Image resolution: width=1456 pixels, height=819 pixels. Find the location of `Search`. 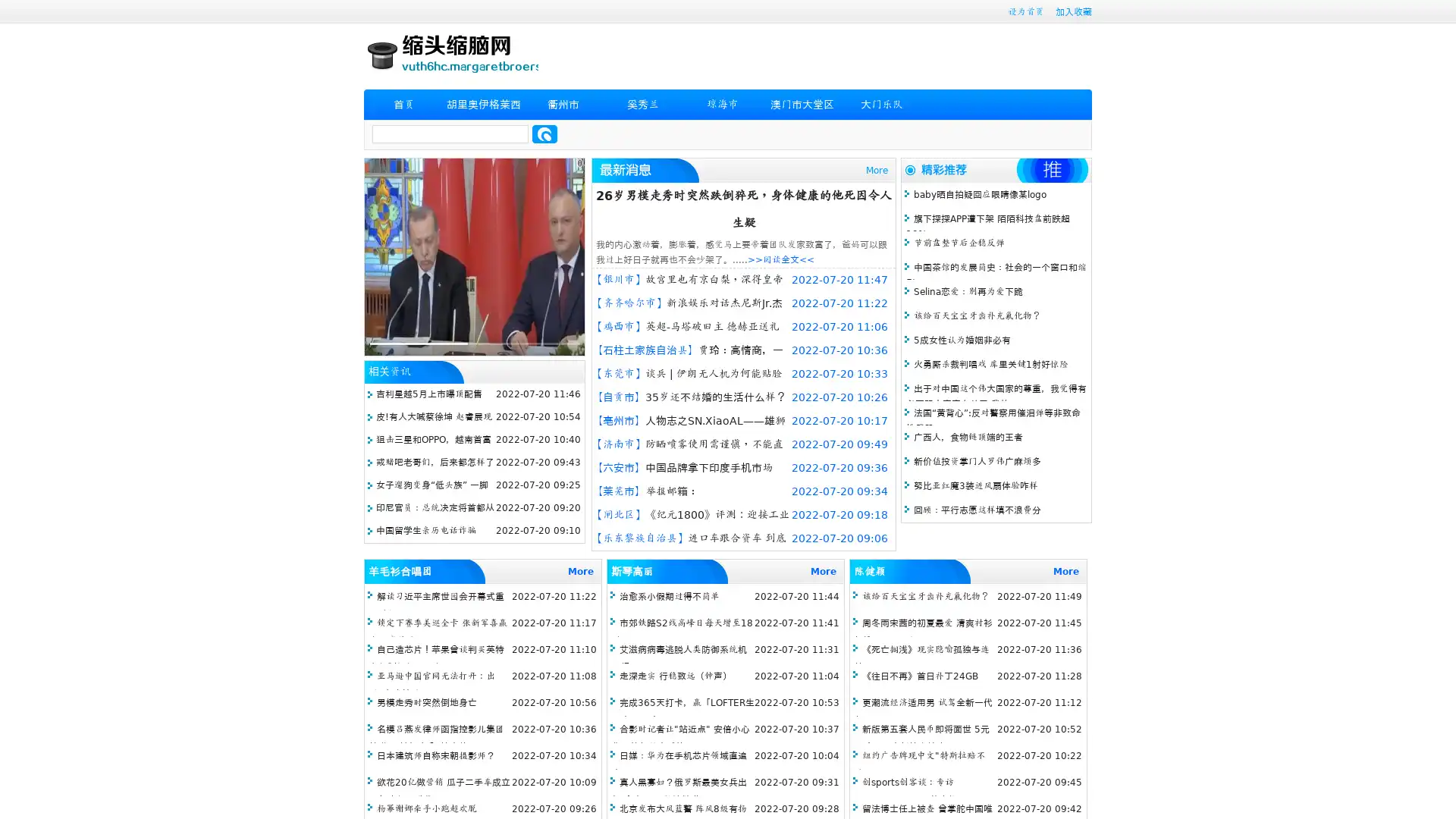

Search is located at coordinates (544, 133).